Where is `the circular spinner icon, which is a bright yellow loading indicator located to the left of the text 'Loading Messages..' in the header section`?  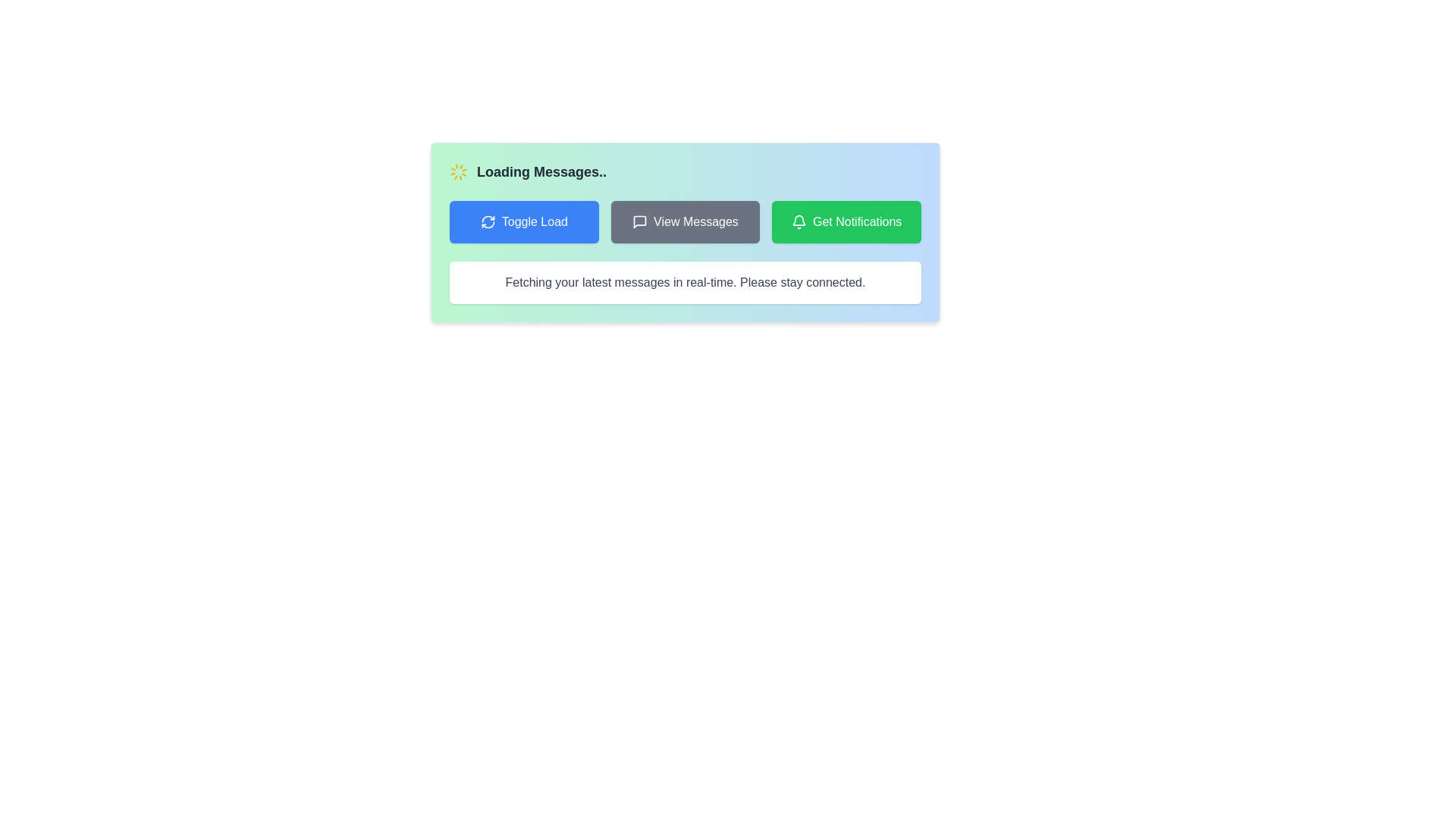
the circular spinner icon, which is a bright yellow loading indicator located to the left of the text 'Loading Messages..' in the header section is located at coordinates (457, 171).